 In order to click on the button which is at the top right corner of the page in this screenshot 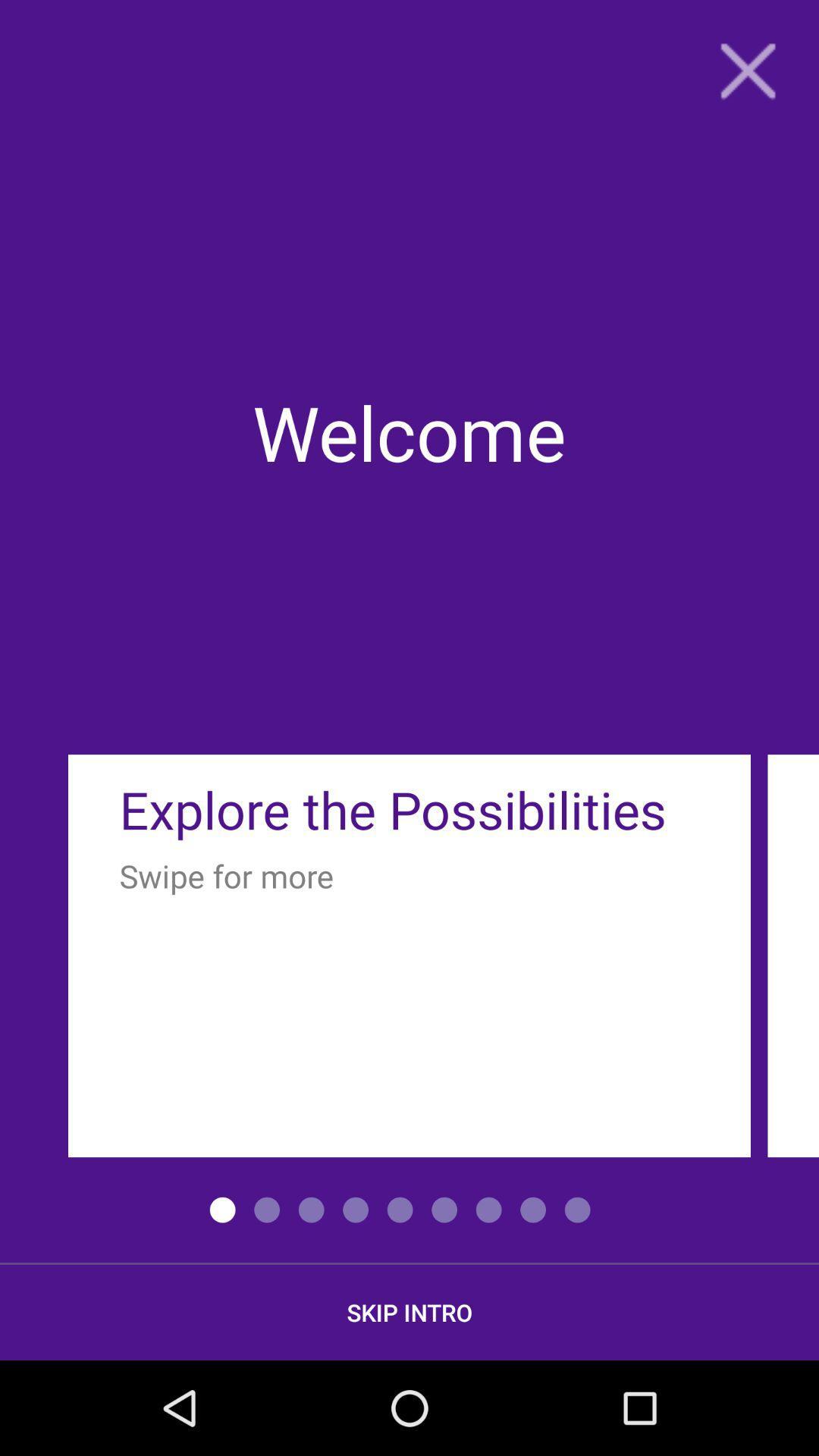, I will do `click(747, 70)`.